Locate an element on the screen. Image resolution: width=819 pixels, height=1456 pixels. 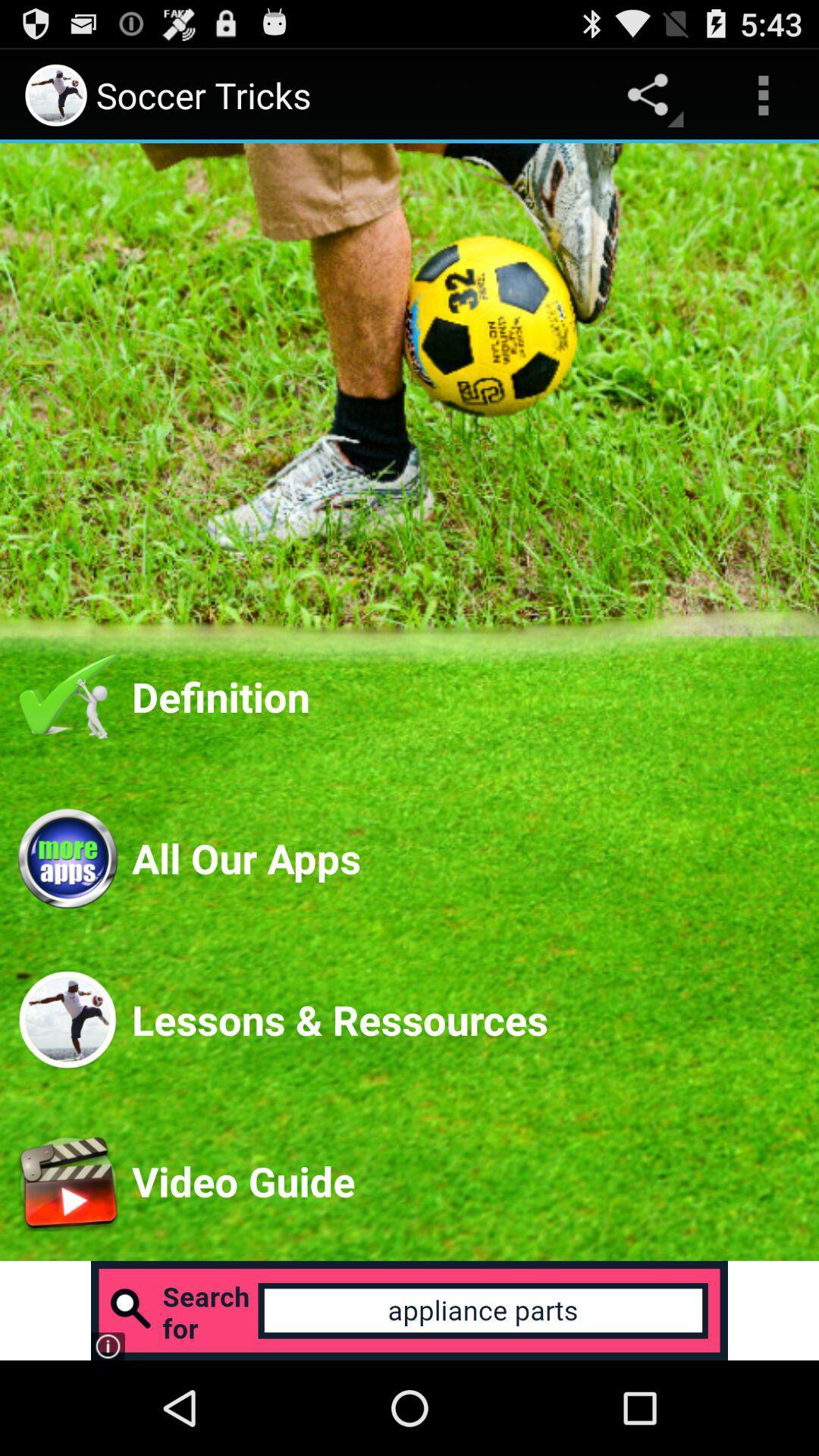
the icon below the definition app is located at coordinates (465, 858).